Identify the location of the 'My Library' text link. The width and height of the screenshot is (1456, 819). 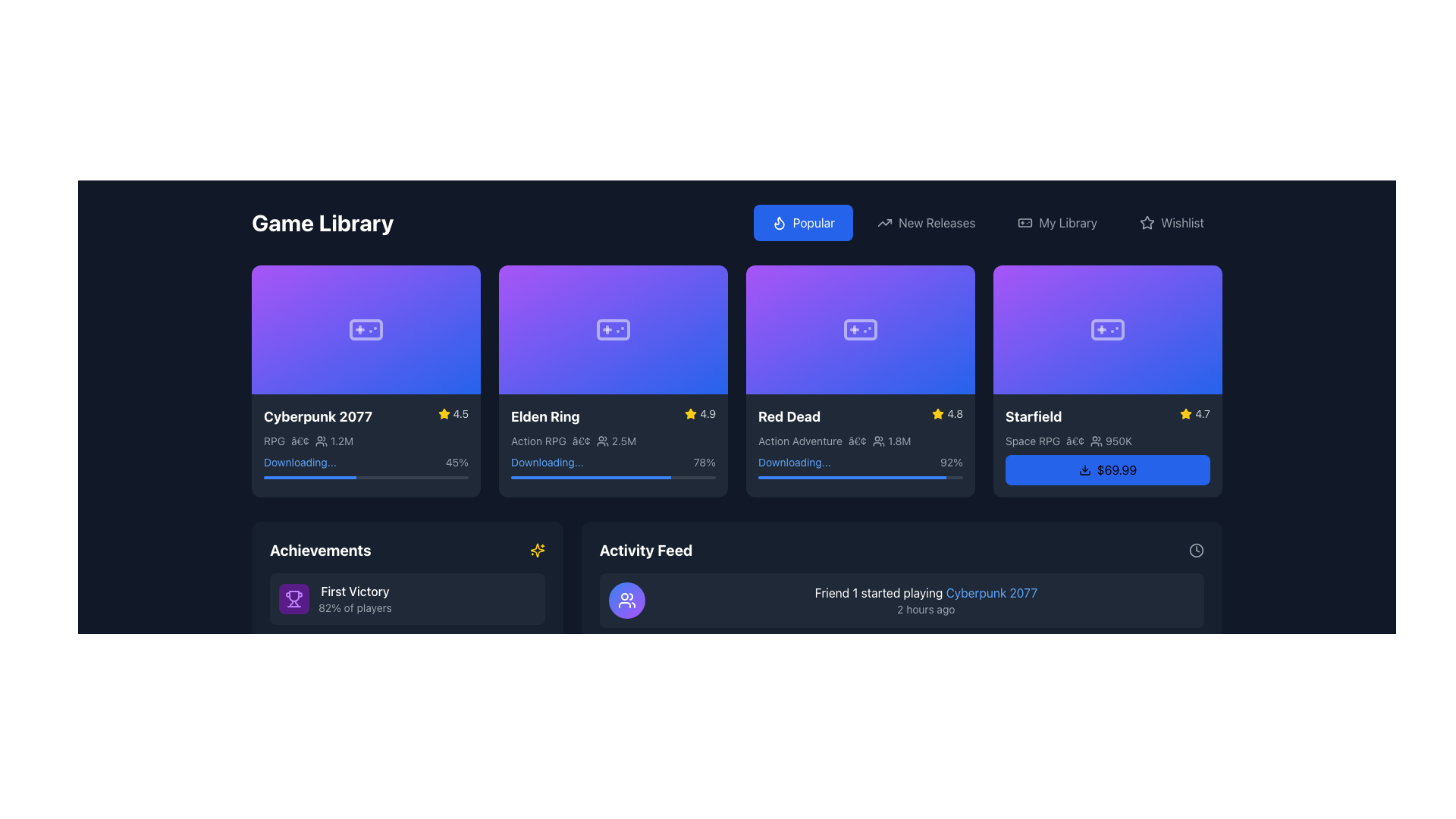
(1067, 222).